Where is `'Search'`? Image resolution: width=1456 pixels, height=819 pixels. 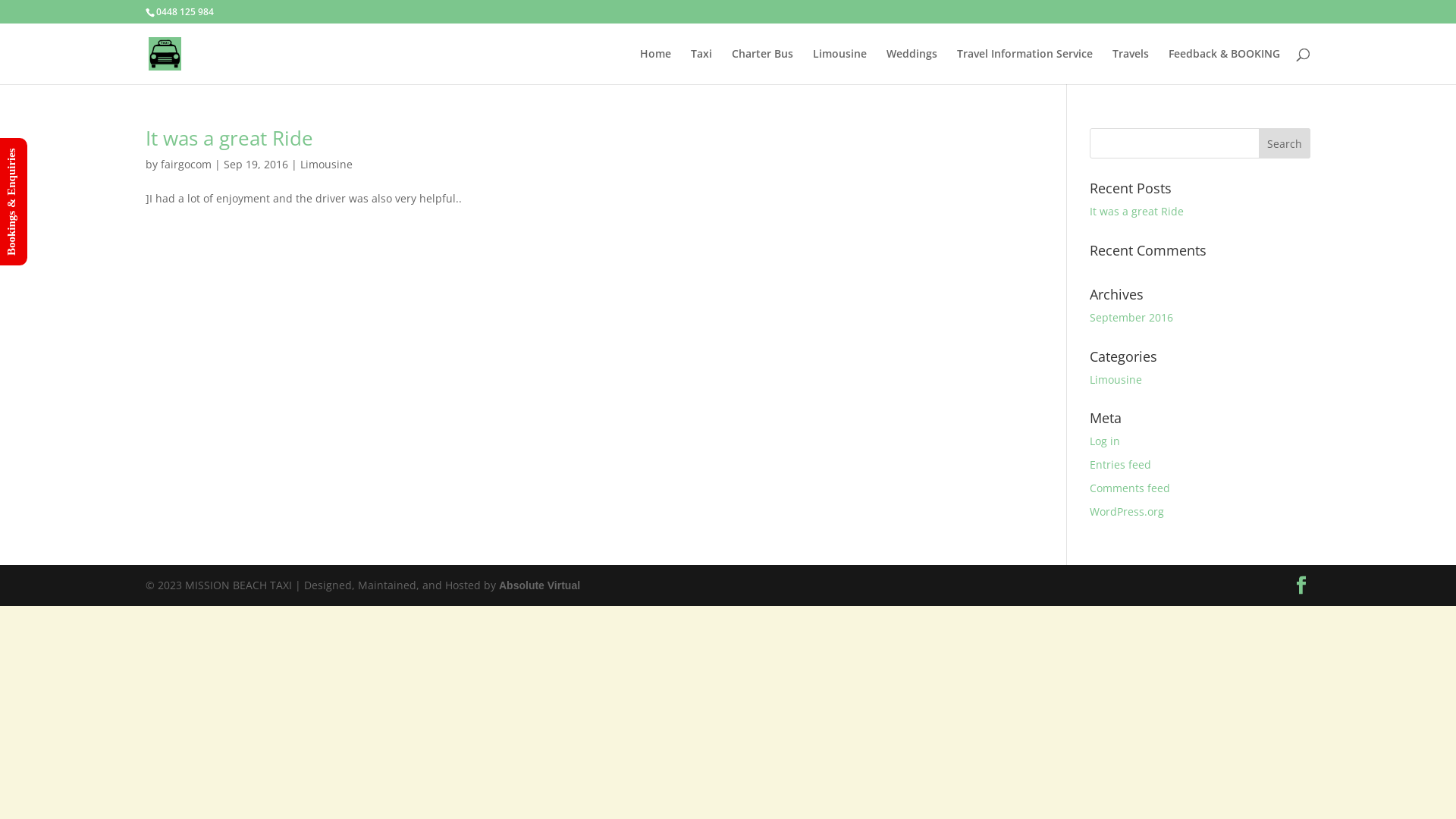 'Search' is located at coordinates (1284, 143).